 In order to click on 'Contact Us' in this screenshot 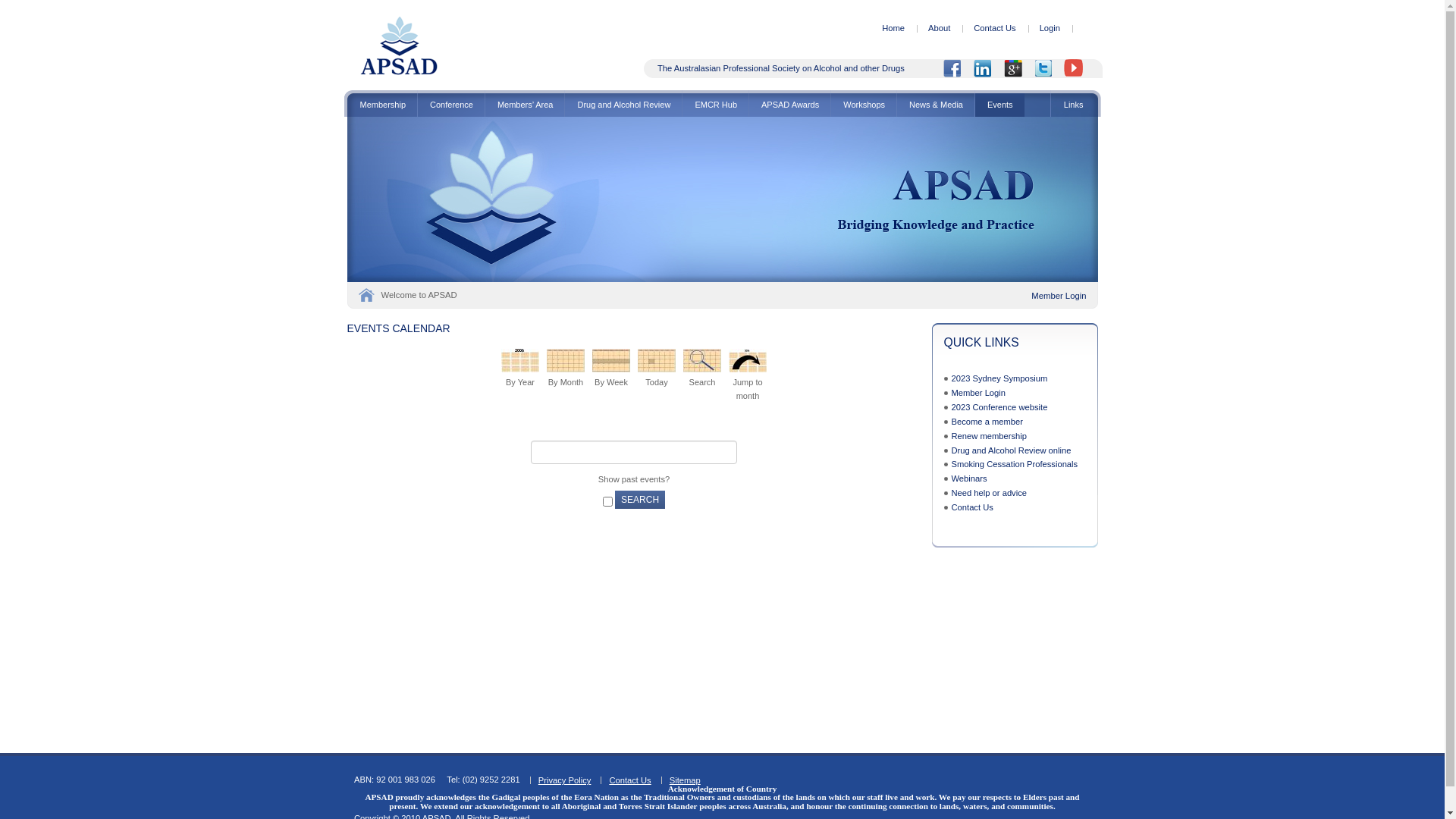, I will do `click(629, 780)`.